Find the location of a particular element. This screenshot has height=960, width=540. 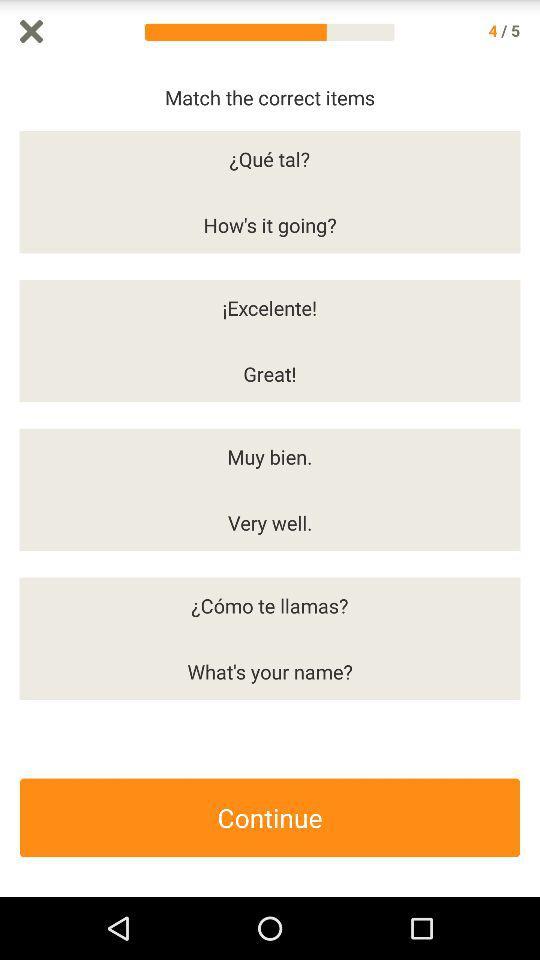

the continue button is located at coordinates (270, 817).